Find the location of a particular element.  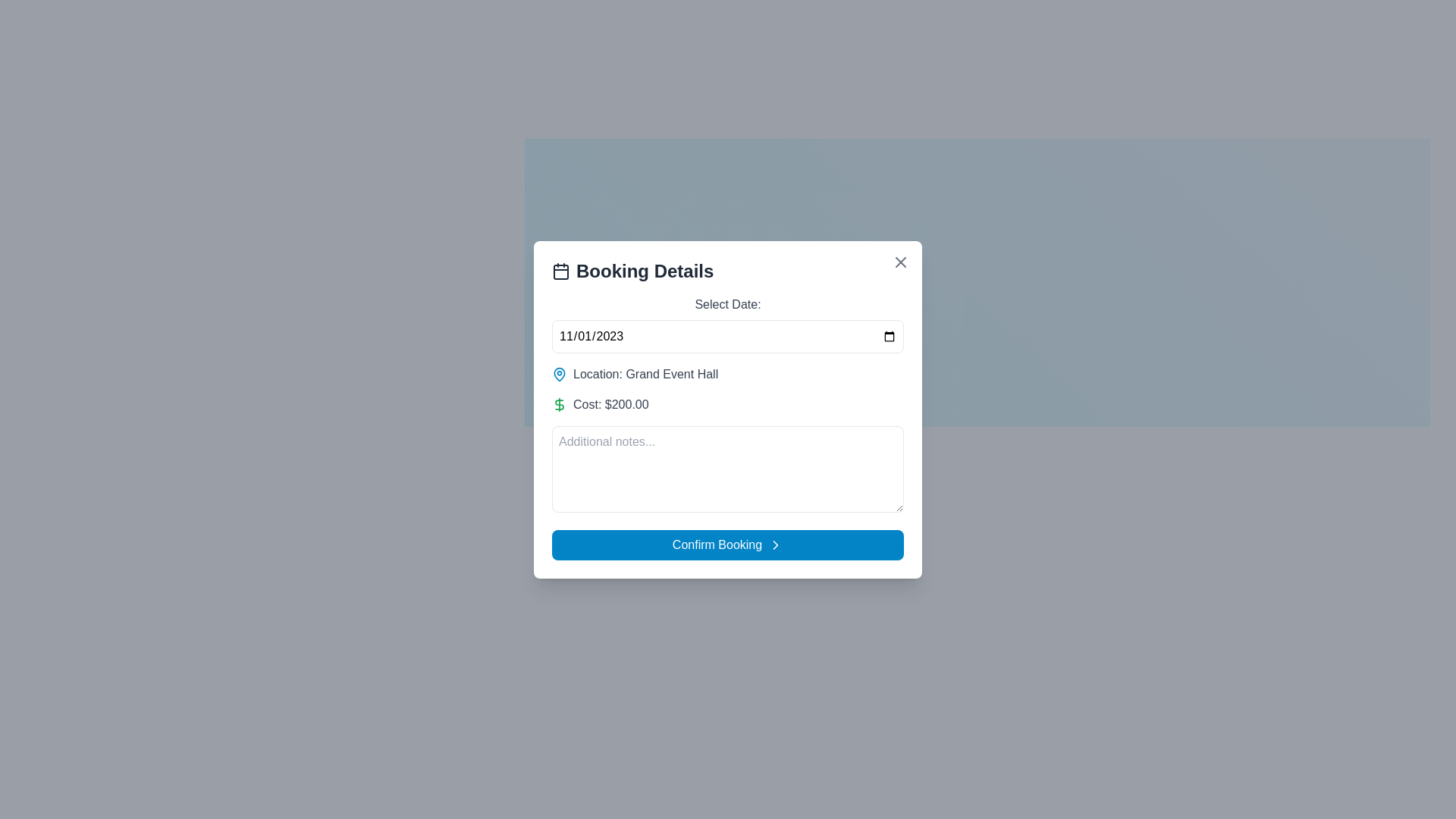

the confirm button located at the bottom of the 'Booking Details' modal is located at coordinates (728, 543).